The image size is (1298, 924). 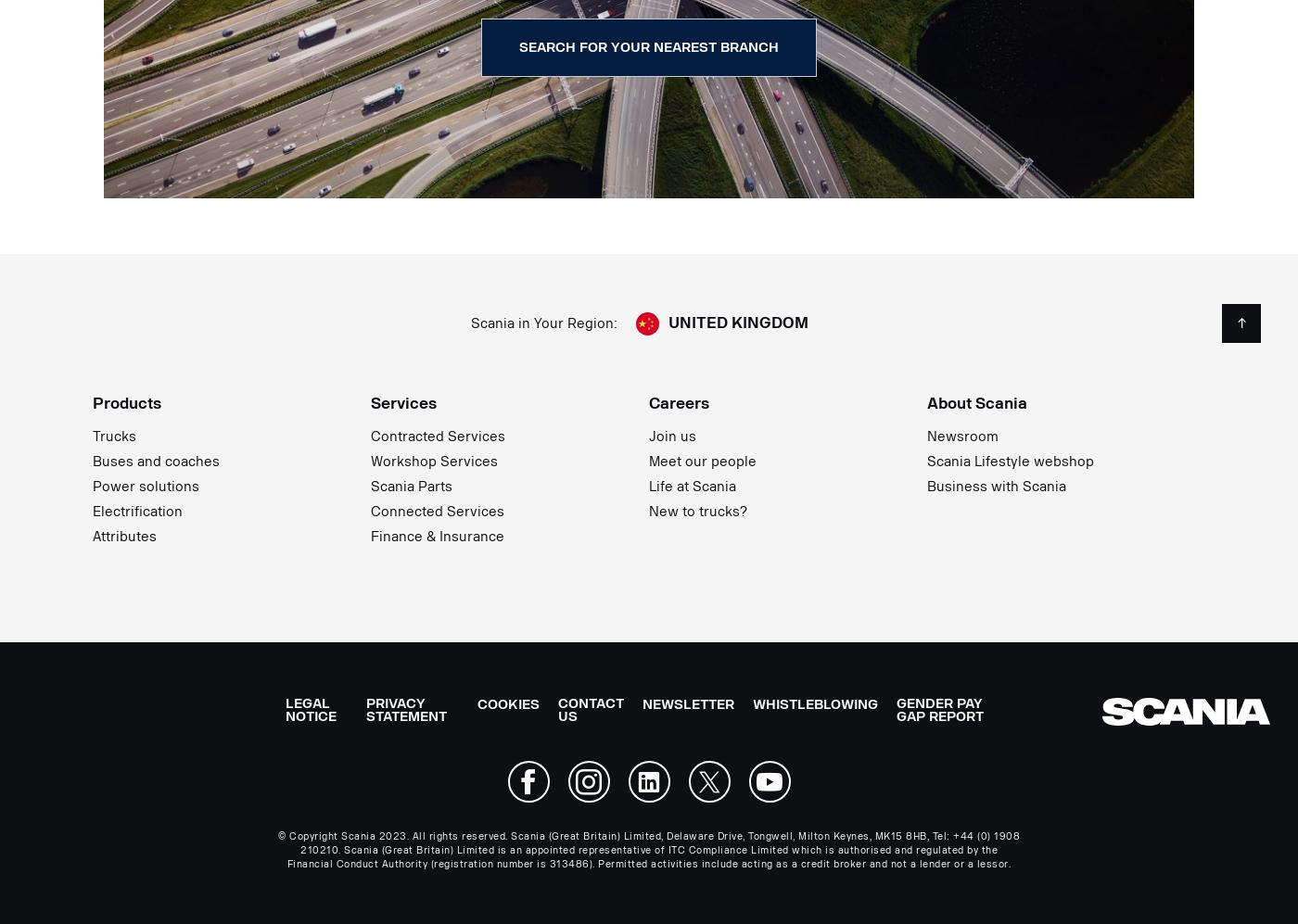 What do you see at coordinates (679, 402) in the screenshot?
I see `'Careers'` at bounding box center [679, 402].